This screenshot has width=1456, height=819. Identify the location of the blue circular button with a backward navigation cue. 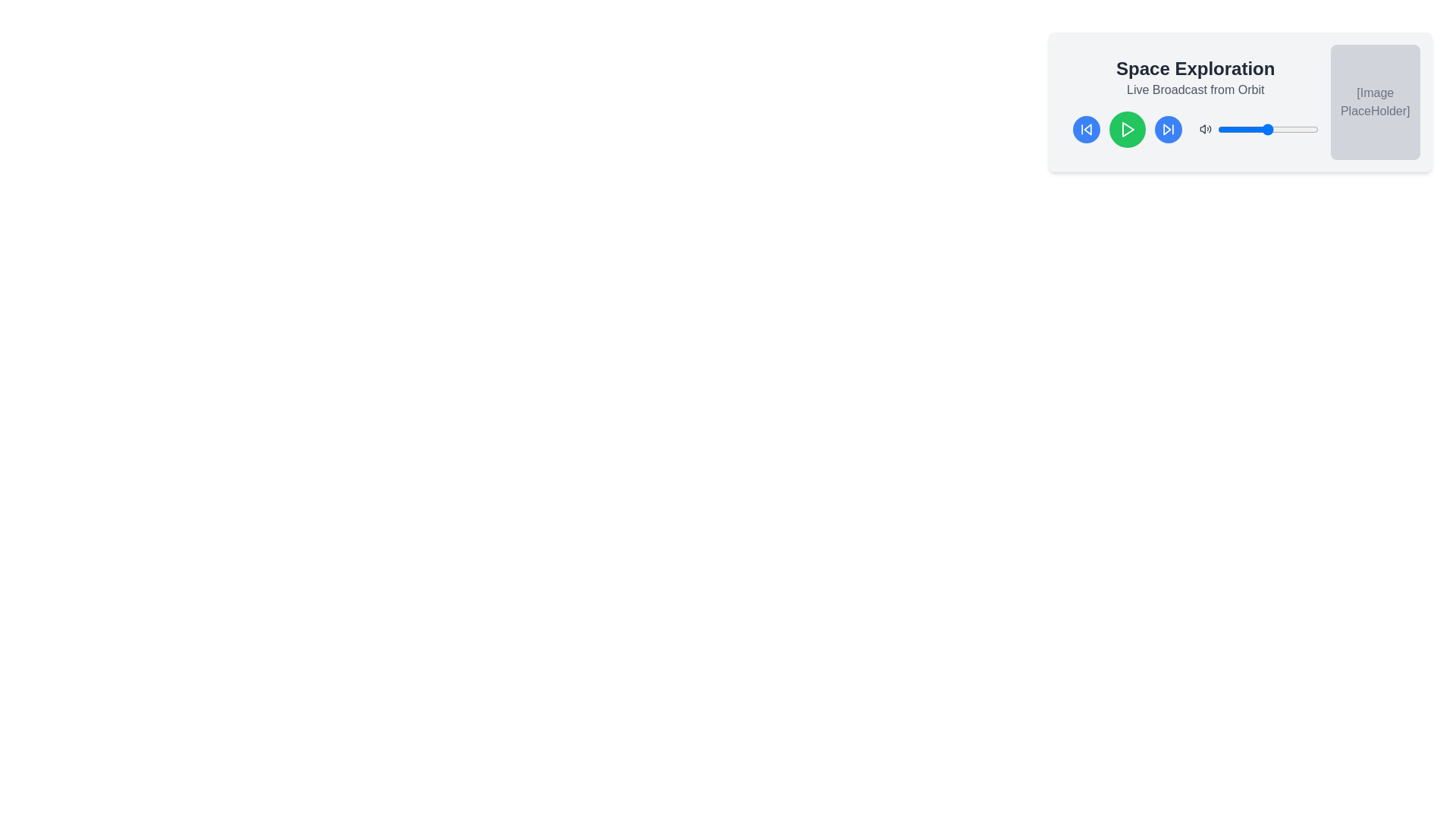
(1086, 128).